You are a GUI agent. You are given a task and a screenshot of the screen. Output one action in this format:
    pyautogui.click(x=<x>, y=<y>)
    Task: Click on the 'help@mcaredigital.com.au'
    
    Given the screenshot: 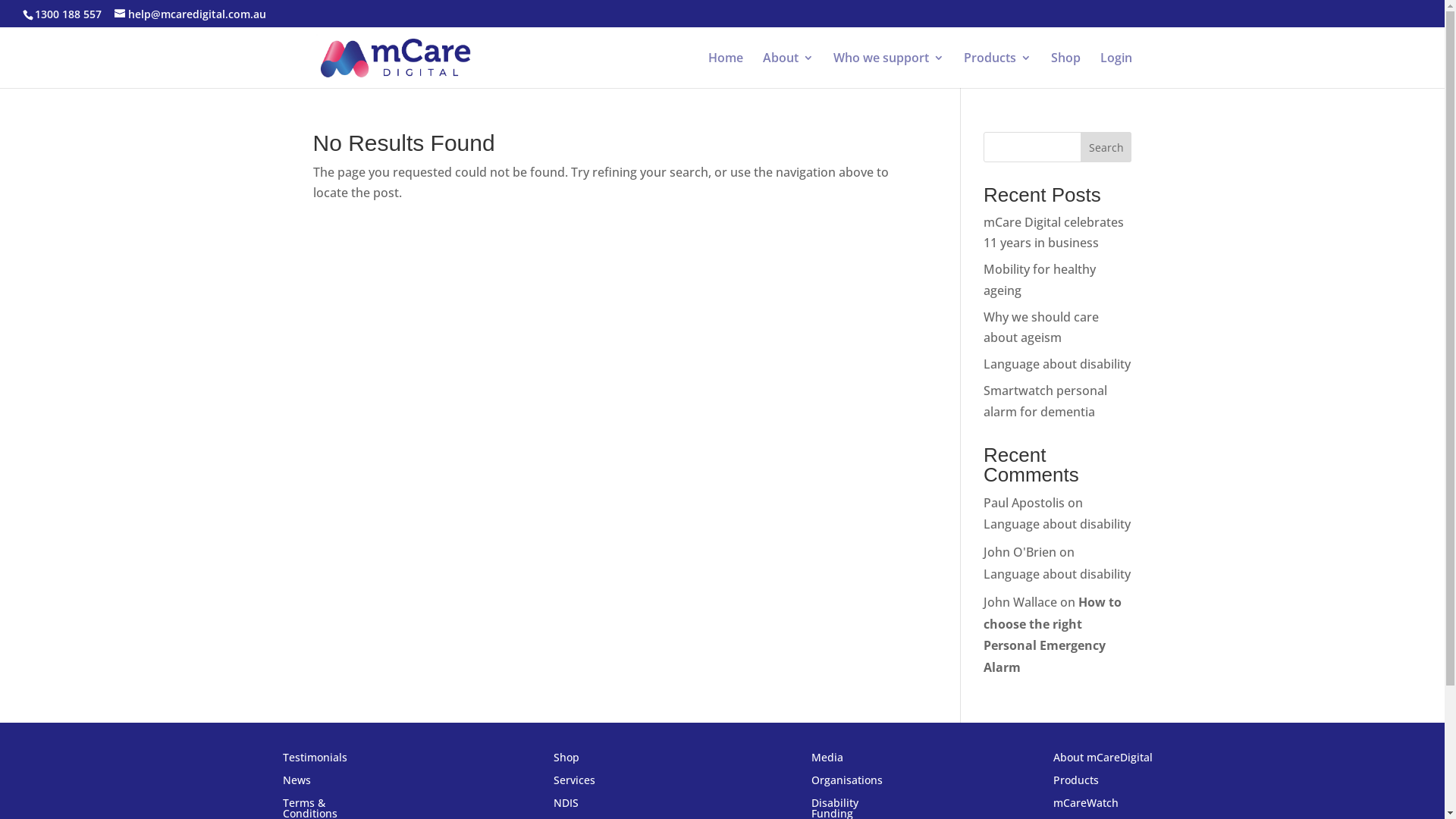 What is the action you would take?
    pyautogui.click(x=189, y=13)
    